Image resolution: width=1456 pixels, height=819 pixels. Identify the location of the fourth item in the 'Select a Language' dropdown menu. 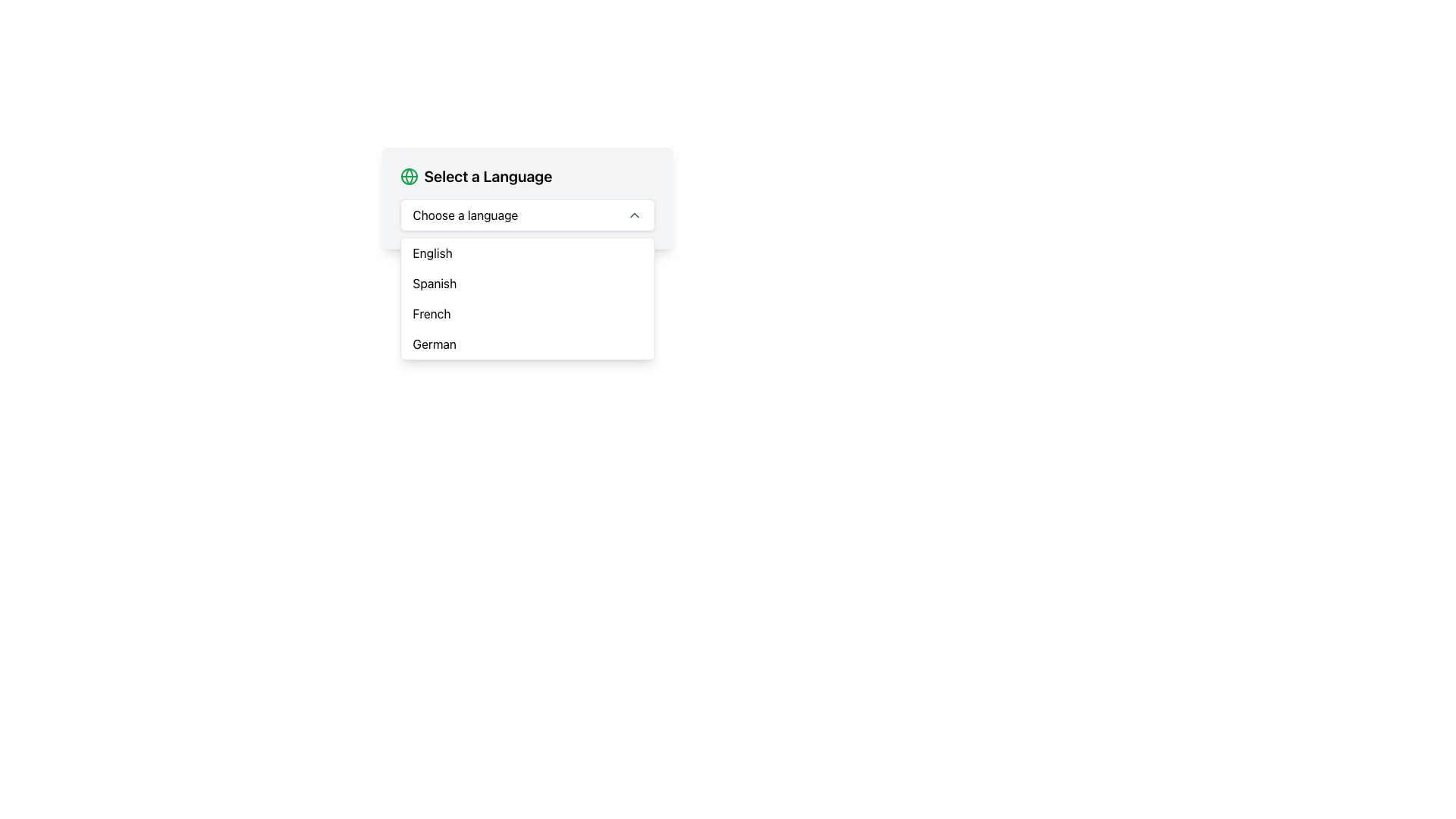
(527, 344).